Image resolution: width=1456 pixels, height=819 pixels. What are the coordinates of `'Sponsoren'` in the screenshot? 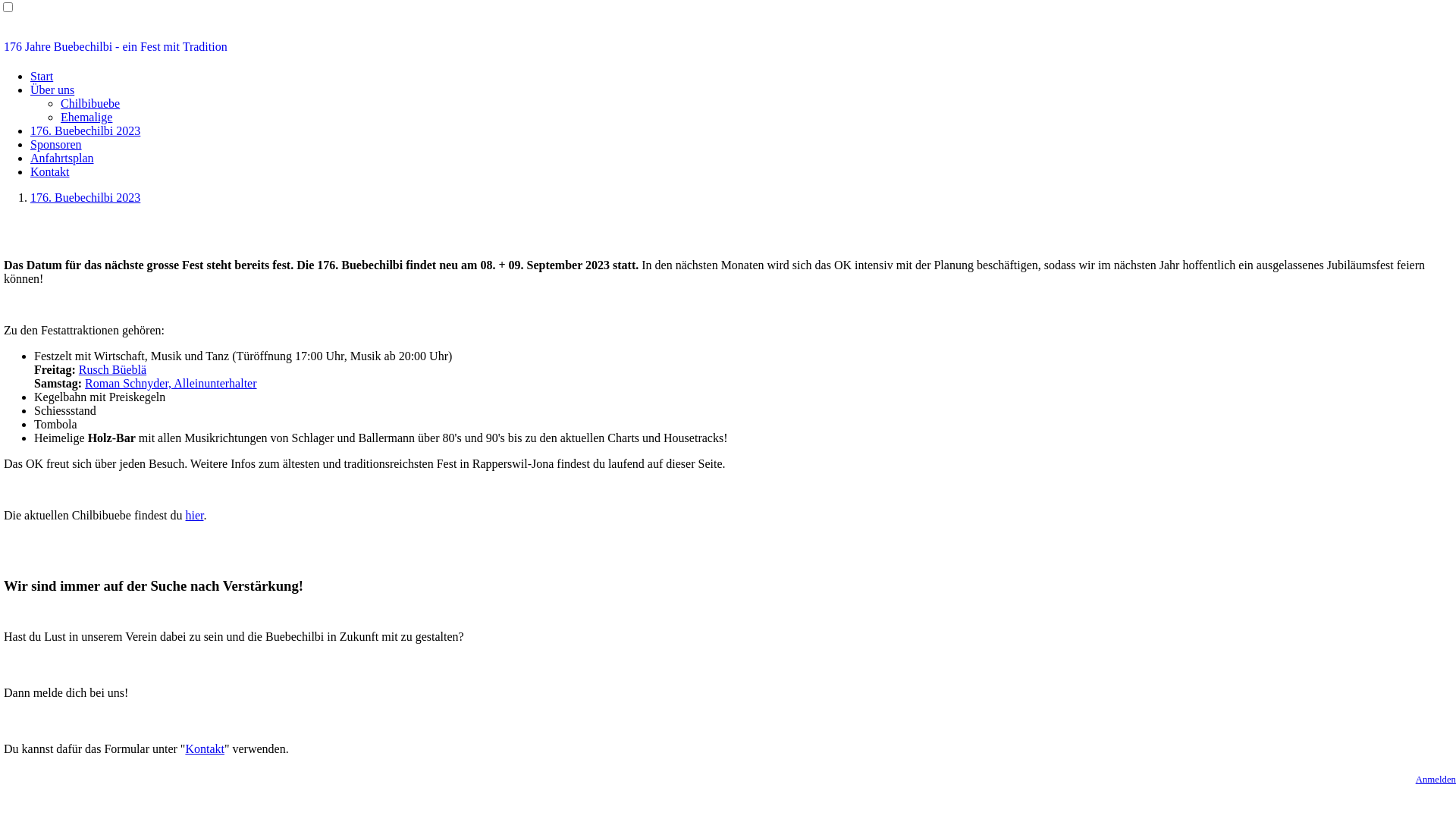 It's located at (55, 144).